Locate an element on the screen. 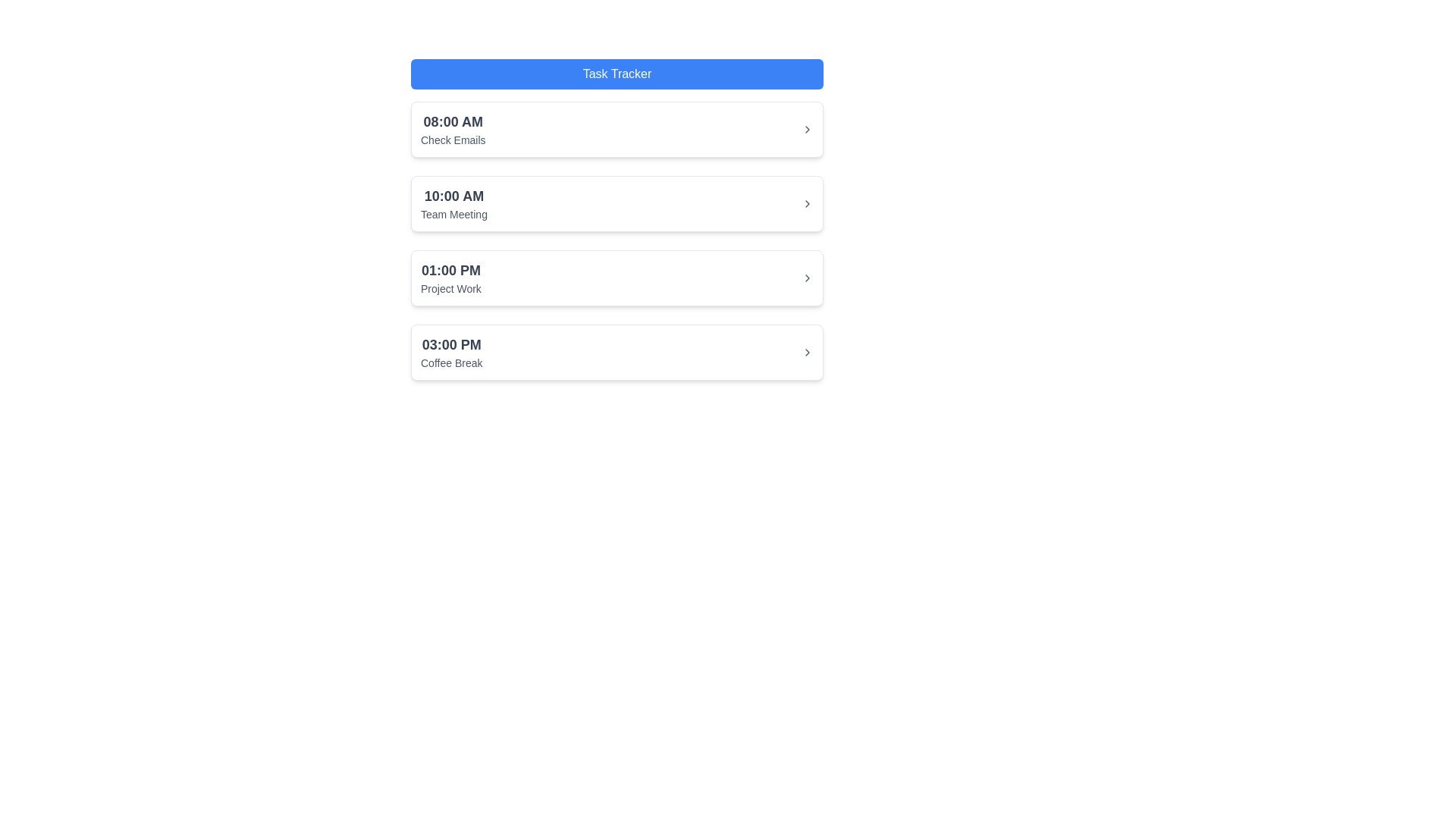 The width and height of the screenshot is (1456, 819). the 'Team Meeting' schedule entry, which is the second item is located at coordinates (617, 203).